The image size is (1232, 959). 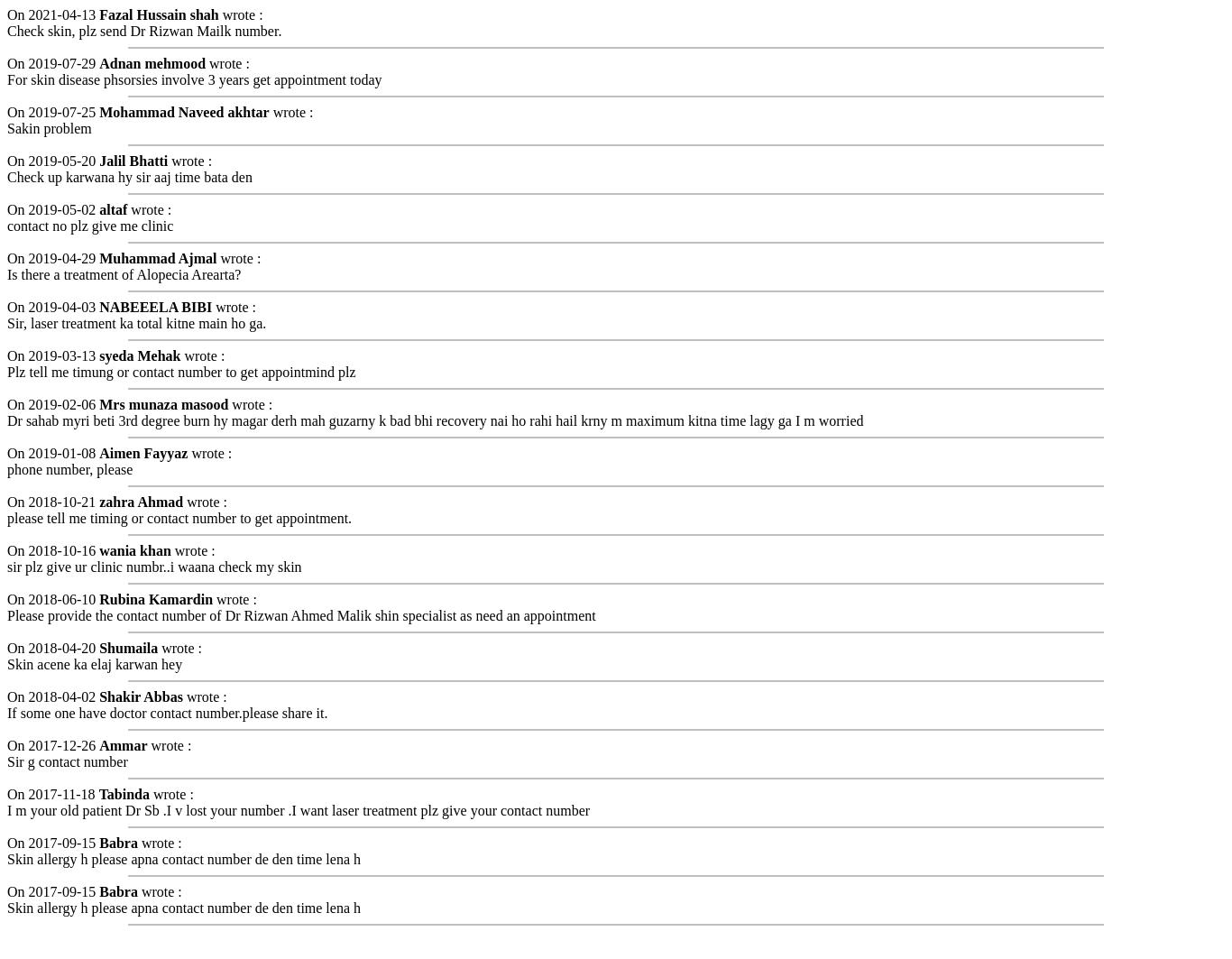 What do you see at coordinates (162, 403) in the screenshot?
I see `'Mrs munaza masood'` at bounding box center [162, 403].